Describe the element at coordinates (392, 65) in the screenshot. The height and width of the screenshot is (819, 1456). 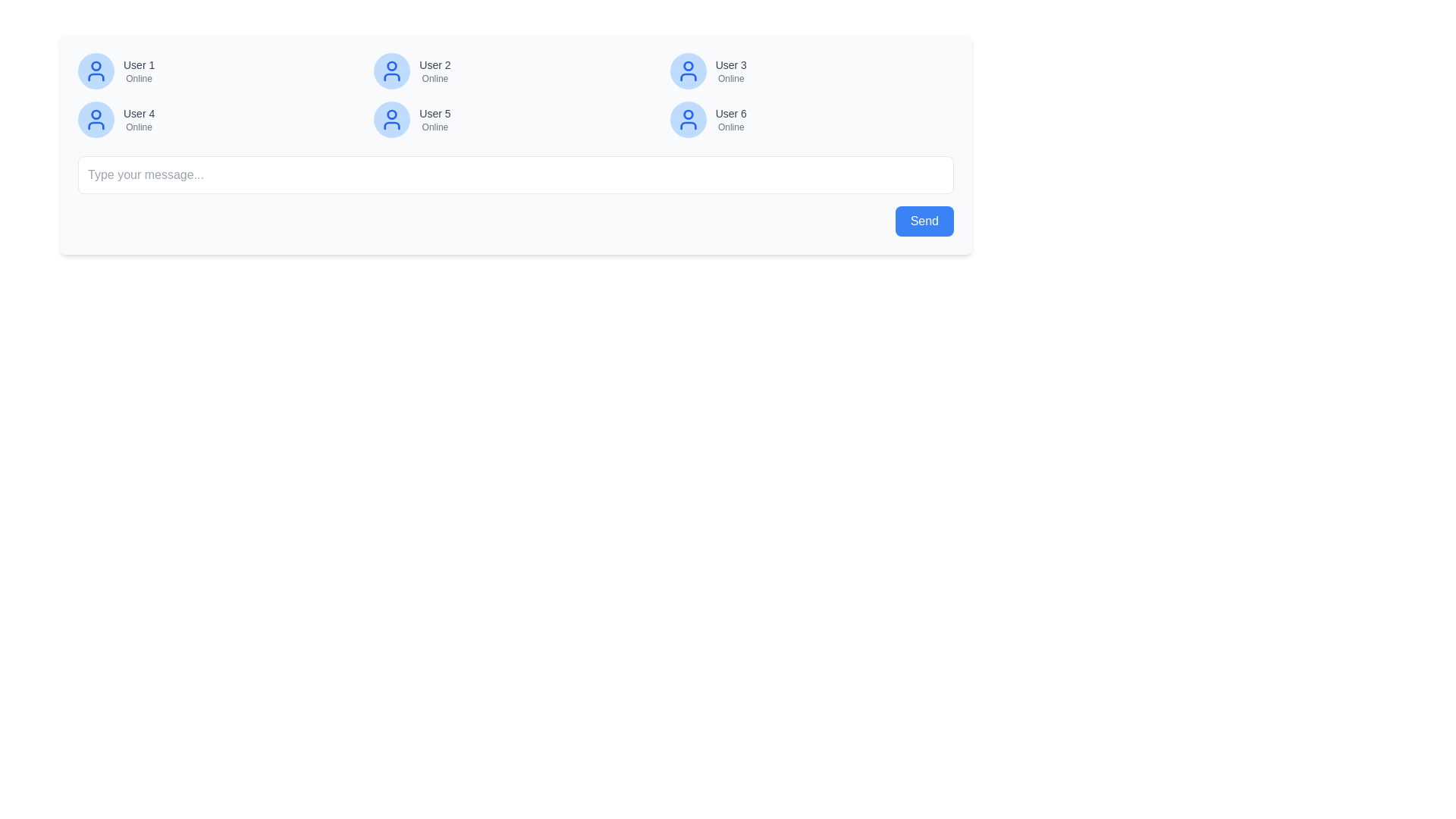
I see `the small circular outline in the user icon for 'User 2', located at the top center of the interface` at that location.